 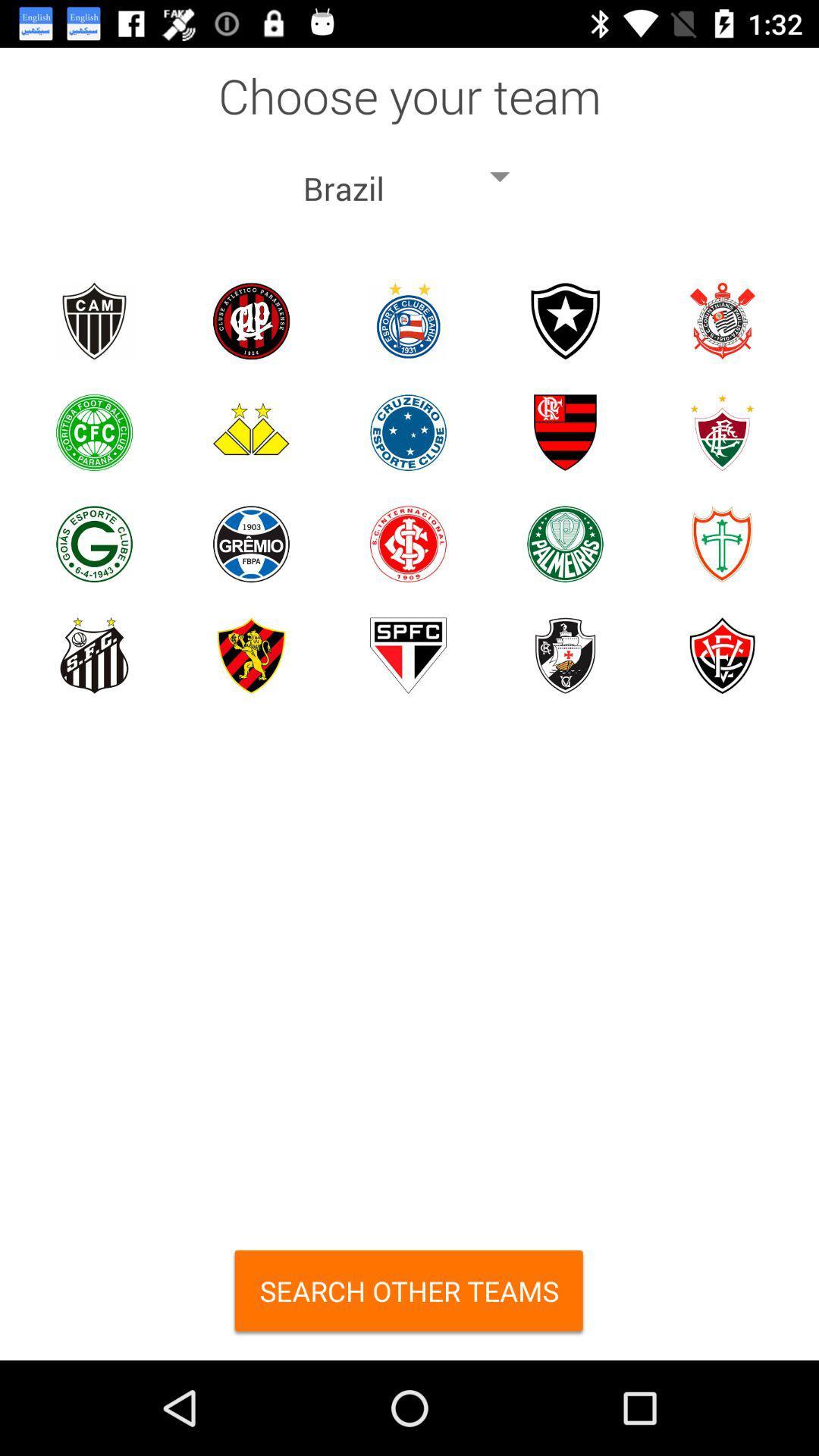 I want to click on clube de regatas do flamengo, so click(x=565, y=431).